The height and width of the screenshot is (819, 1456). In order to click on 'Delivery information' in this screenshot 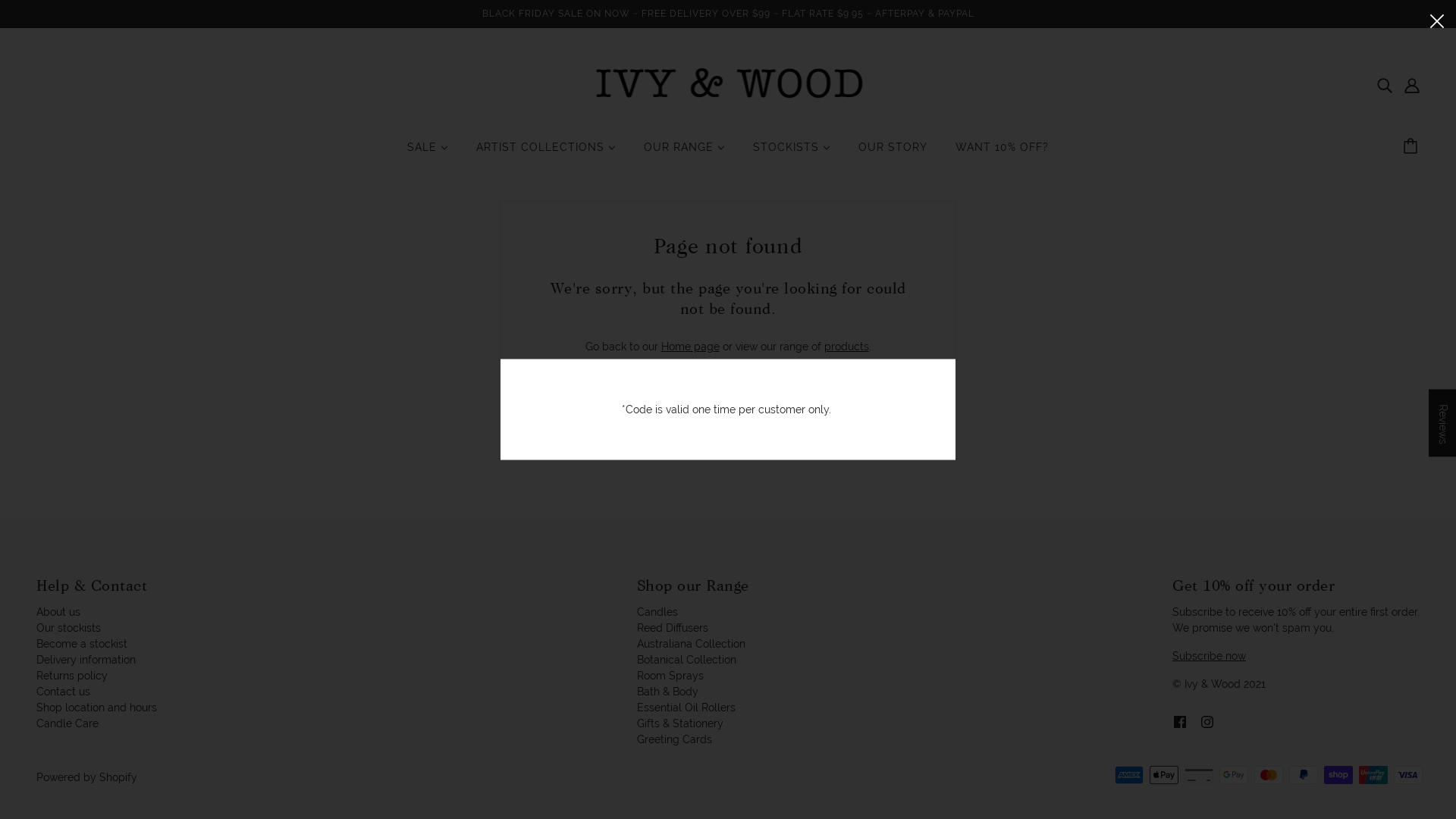, I will do `click(36, 659)`.